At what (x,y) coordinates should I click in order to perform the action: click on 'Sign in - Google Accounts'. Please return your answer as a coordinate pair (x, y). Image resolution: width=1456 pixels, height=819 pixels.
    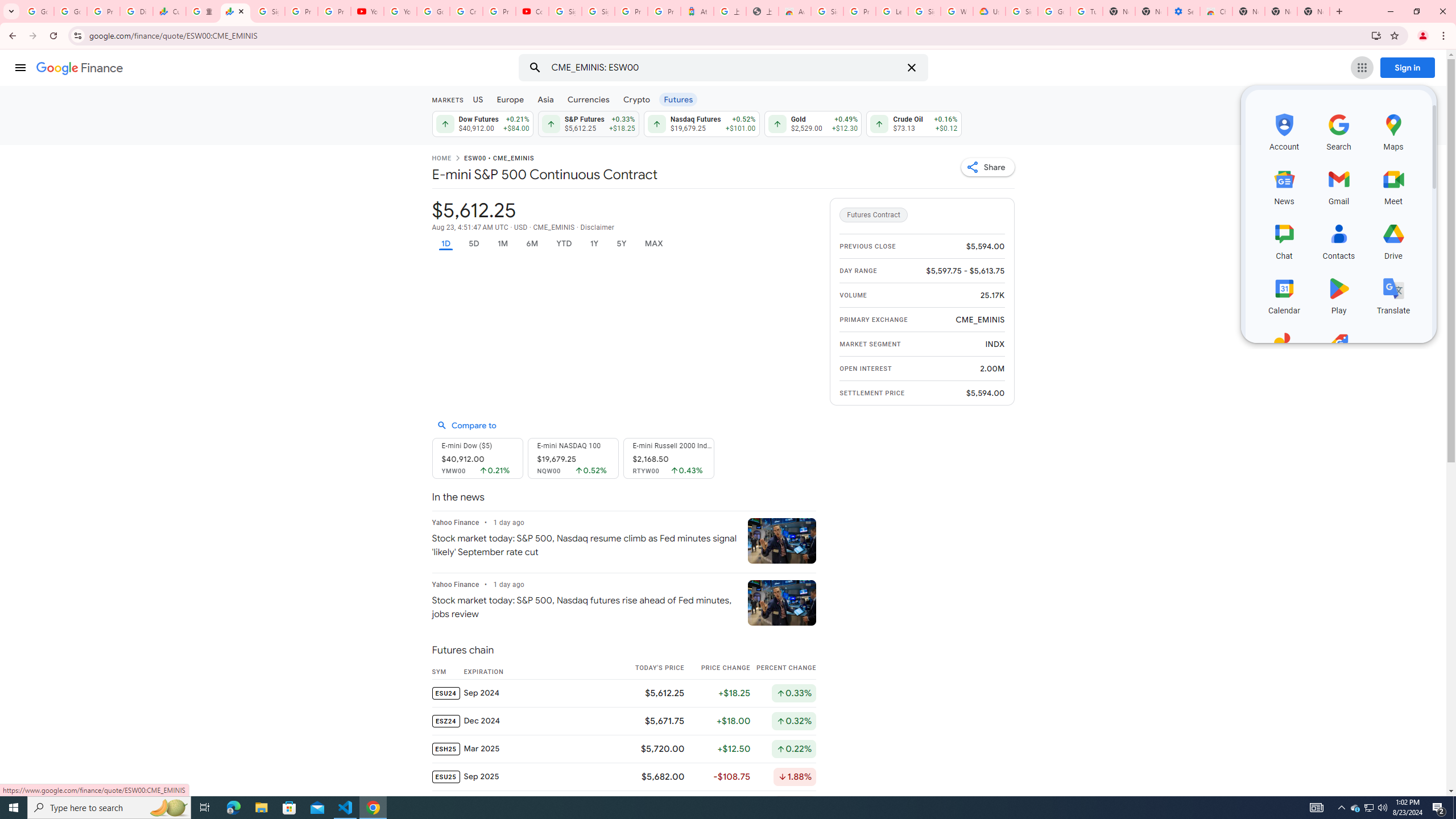
    Looking at the image, I should click on (924, 11).